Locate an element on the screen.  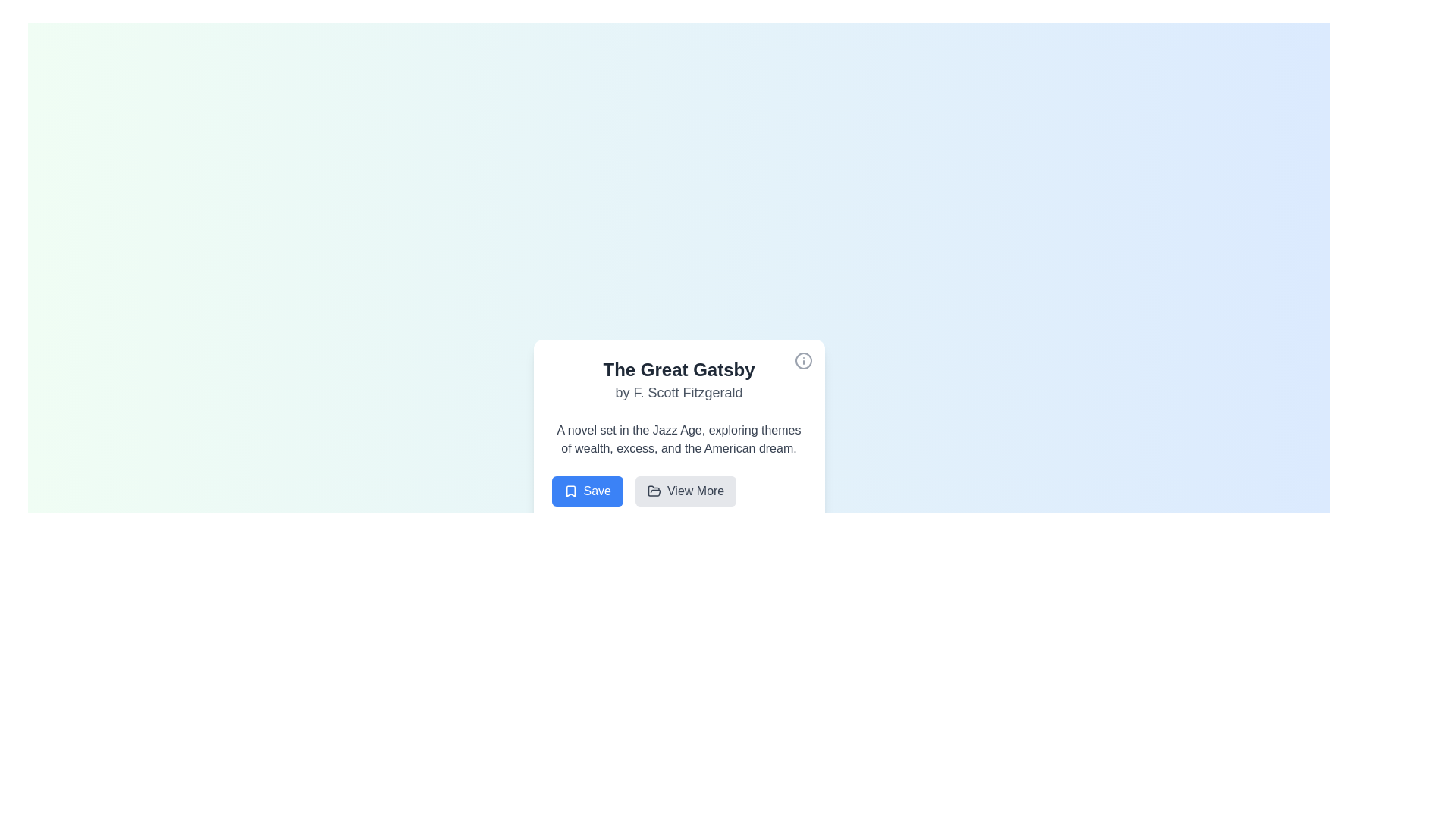
the 'View More' button located at the bottom-right corner of the button group is located at coordinates (685, 491).